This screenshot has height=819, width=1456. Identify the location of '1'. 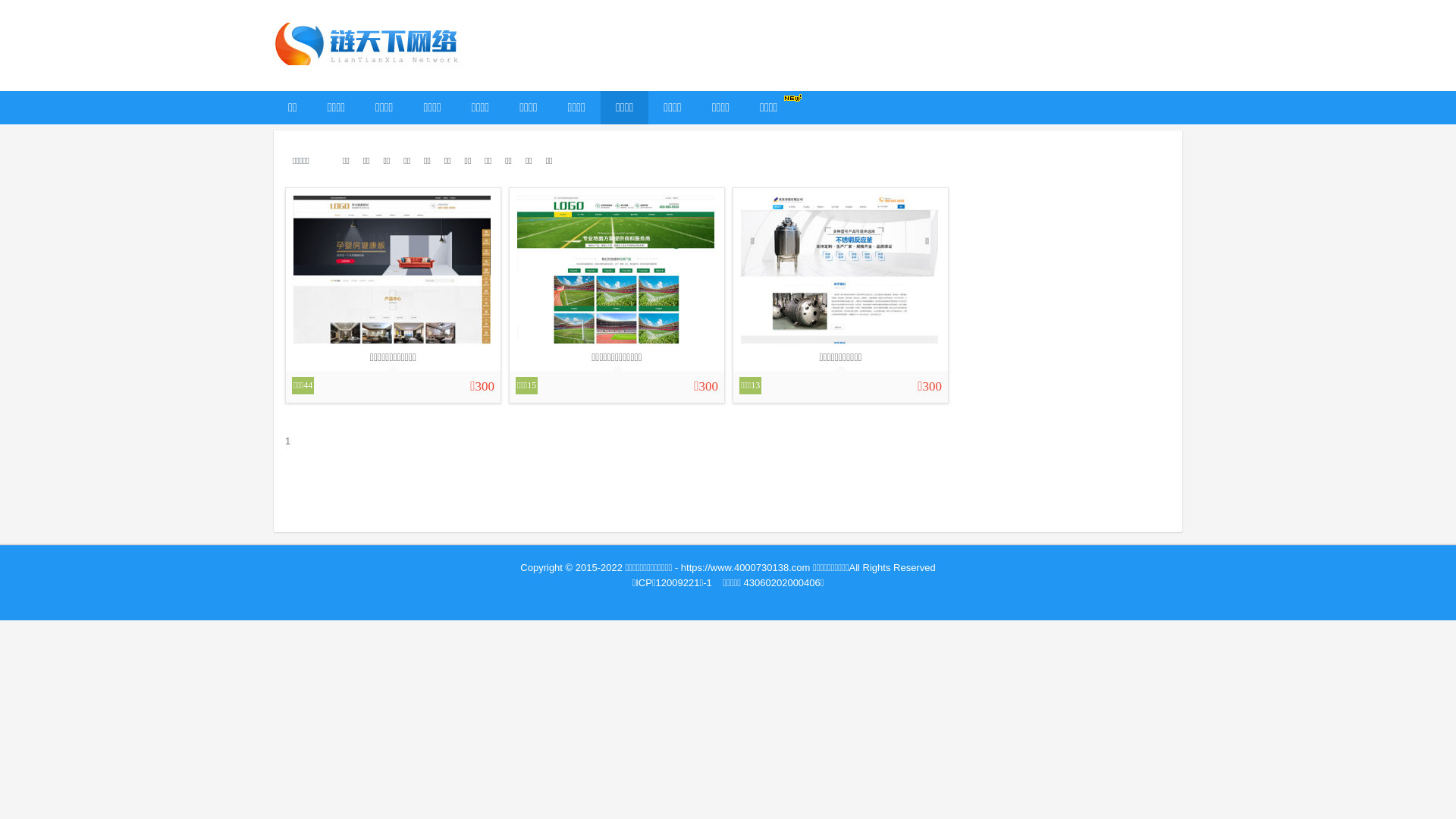
(284, 441).